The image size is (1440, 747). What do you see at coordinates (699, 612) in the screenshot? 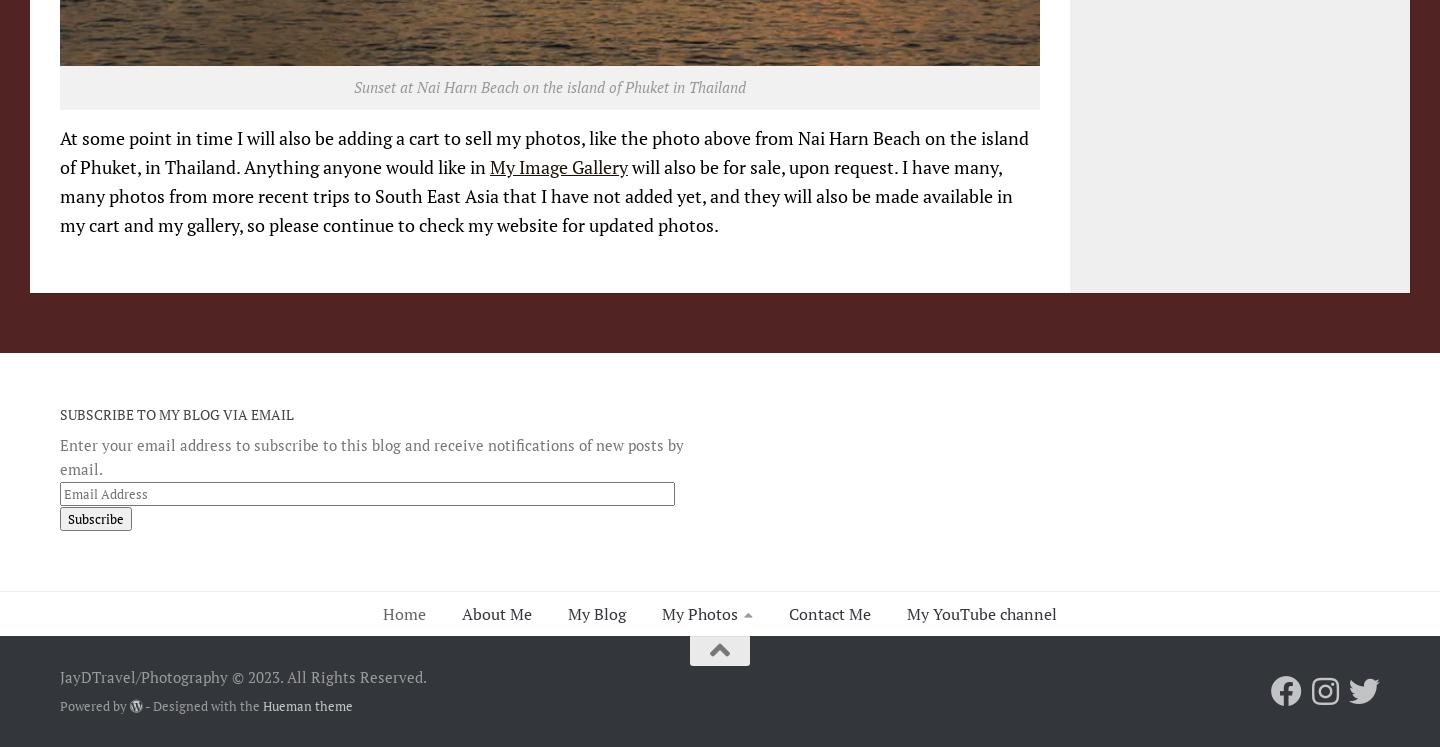
I see `'My Photos'` at bounding box center [699, 612].